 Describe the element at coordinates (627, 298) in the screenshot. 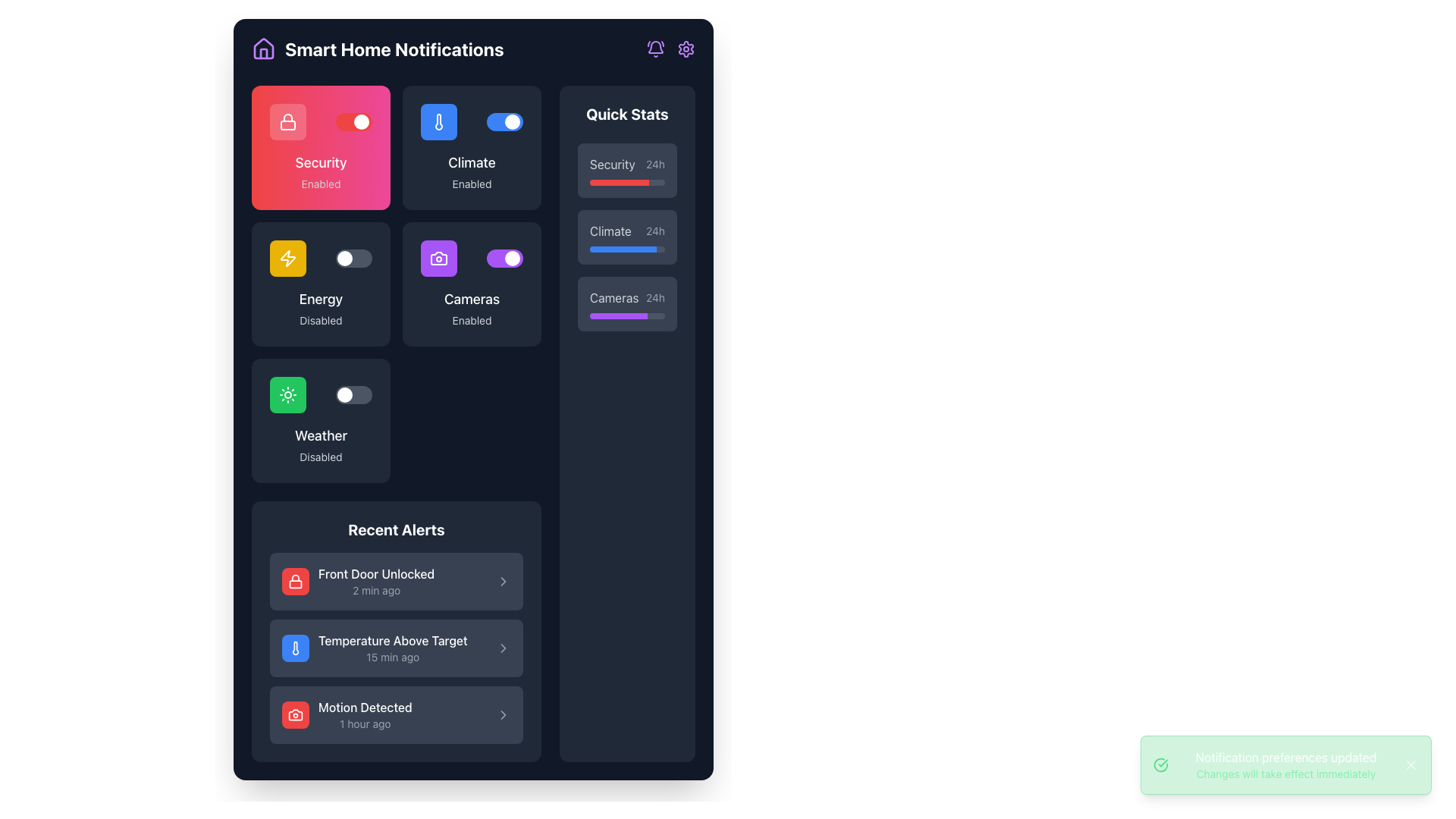

I see `the 'Cameras' label in the statistics section, which indicates a '24h' time frame and is positioned between 'Climate 24h' and a progress bar` at that location.